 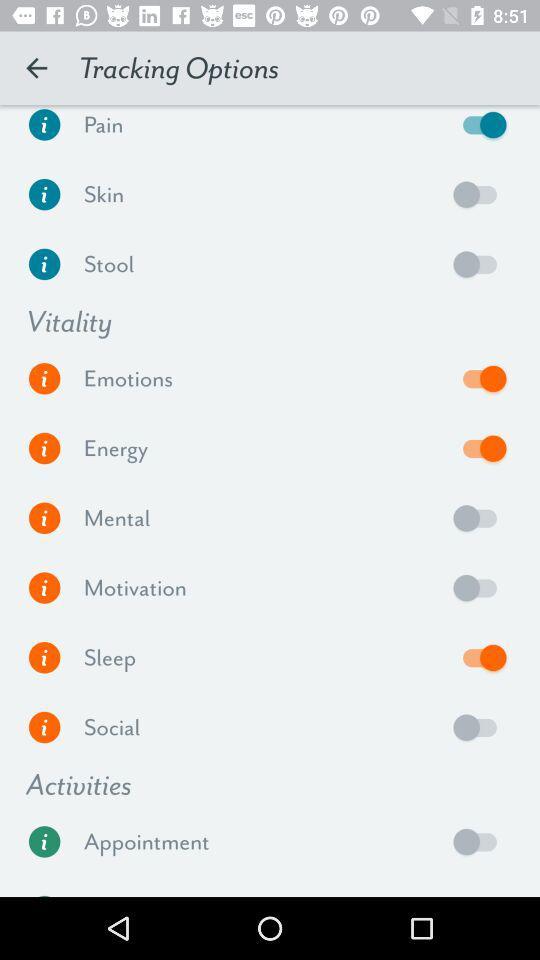 I want to click on enable button, so click(x=479, y=517).